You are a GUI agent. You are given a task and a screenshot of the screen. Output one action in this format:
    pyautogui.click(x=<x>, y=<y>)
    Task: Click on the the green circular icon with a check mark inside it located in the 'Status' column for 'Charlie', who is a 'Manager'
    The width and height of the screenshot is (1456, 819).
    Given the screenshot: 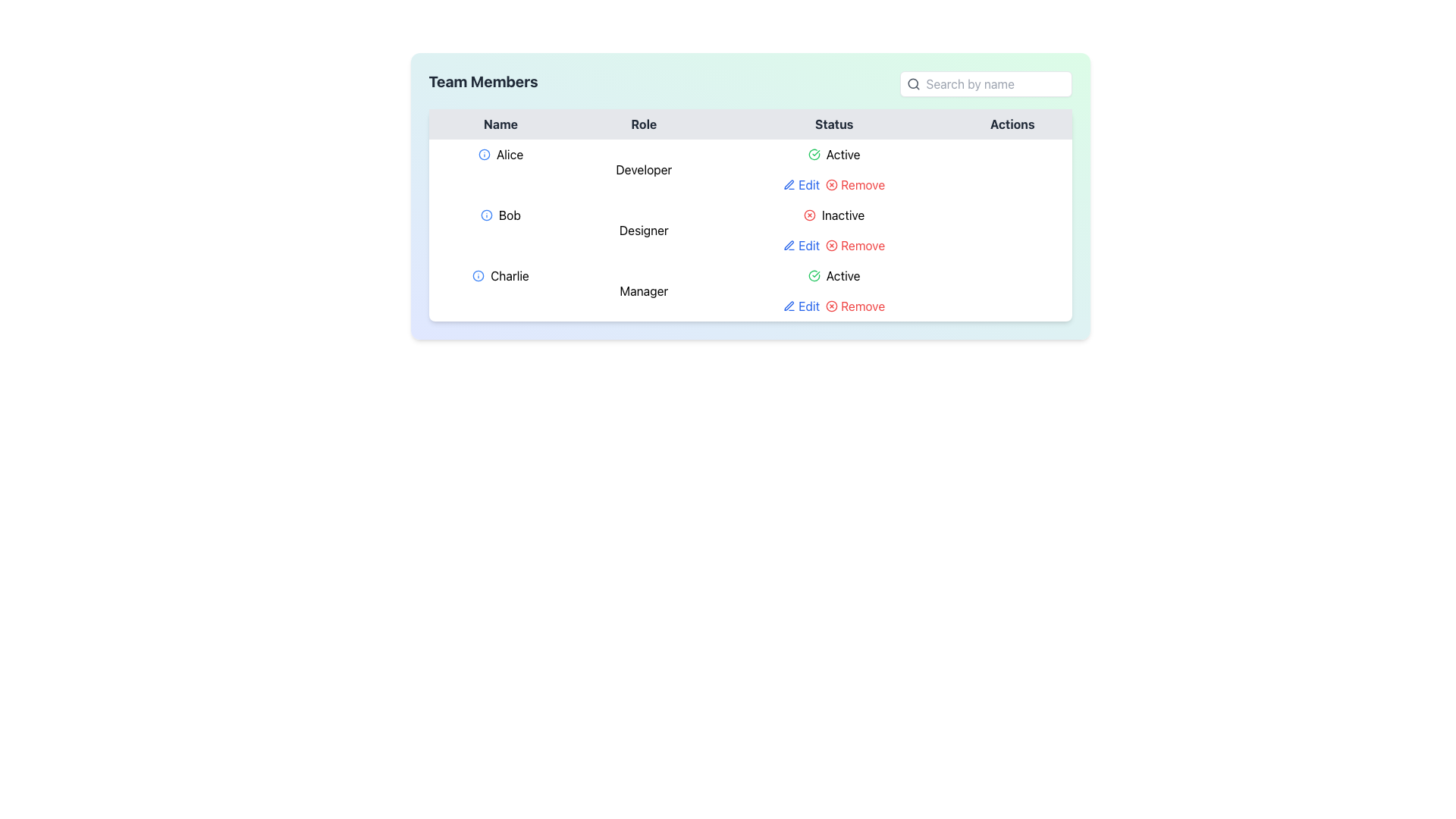 What is the action you would take?
    pyautogui.click(x=813, y=275)
    